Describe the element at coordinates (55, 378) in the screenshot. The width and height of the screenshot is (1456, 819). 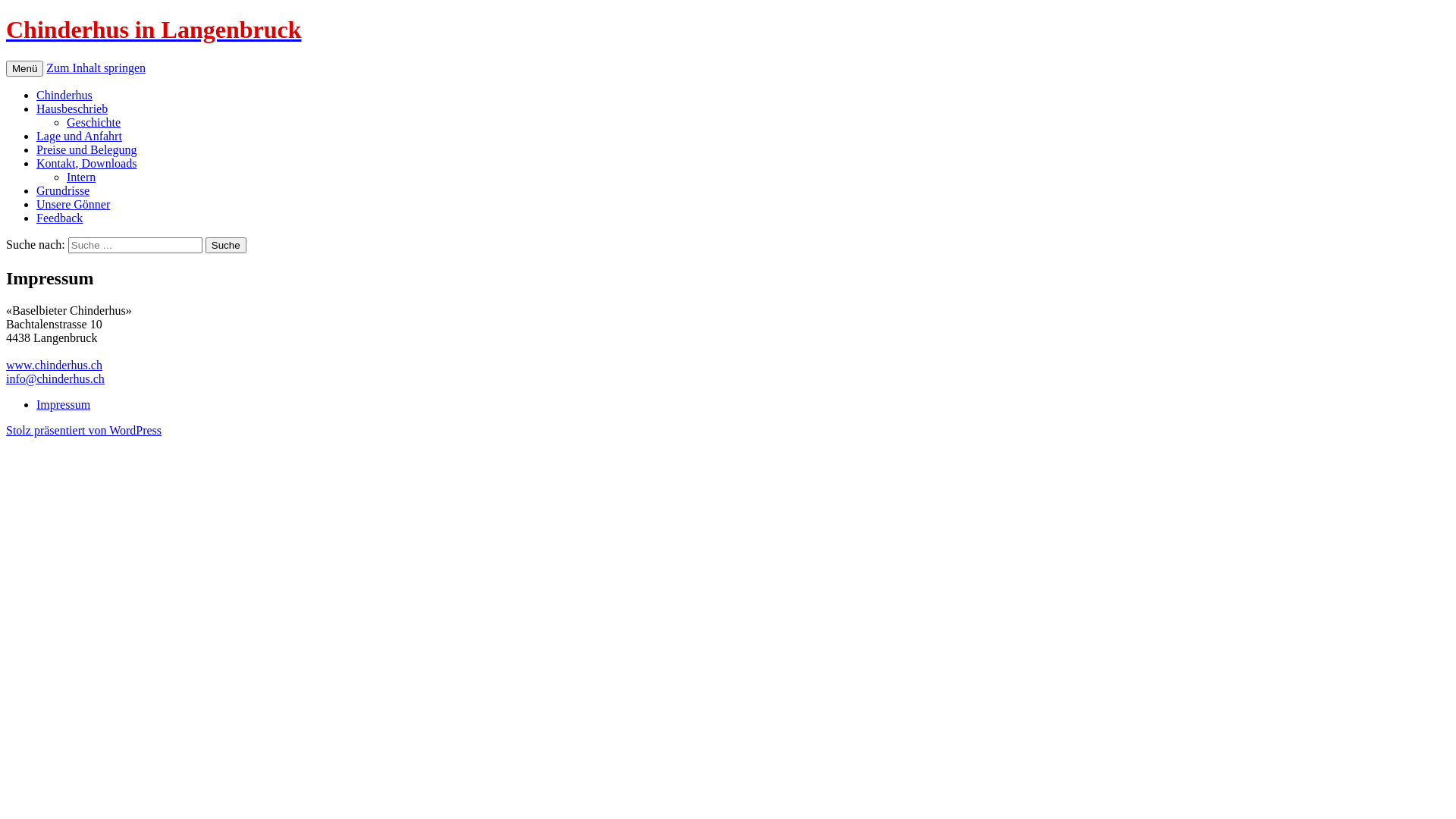
I see `'info@chinderhus.ch'` at that location.